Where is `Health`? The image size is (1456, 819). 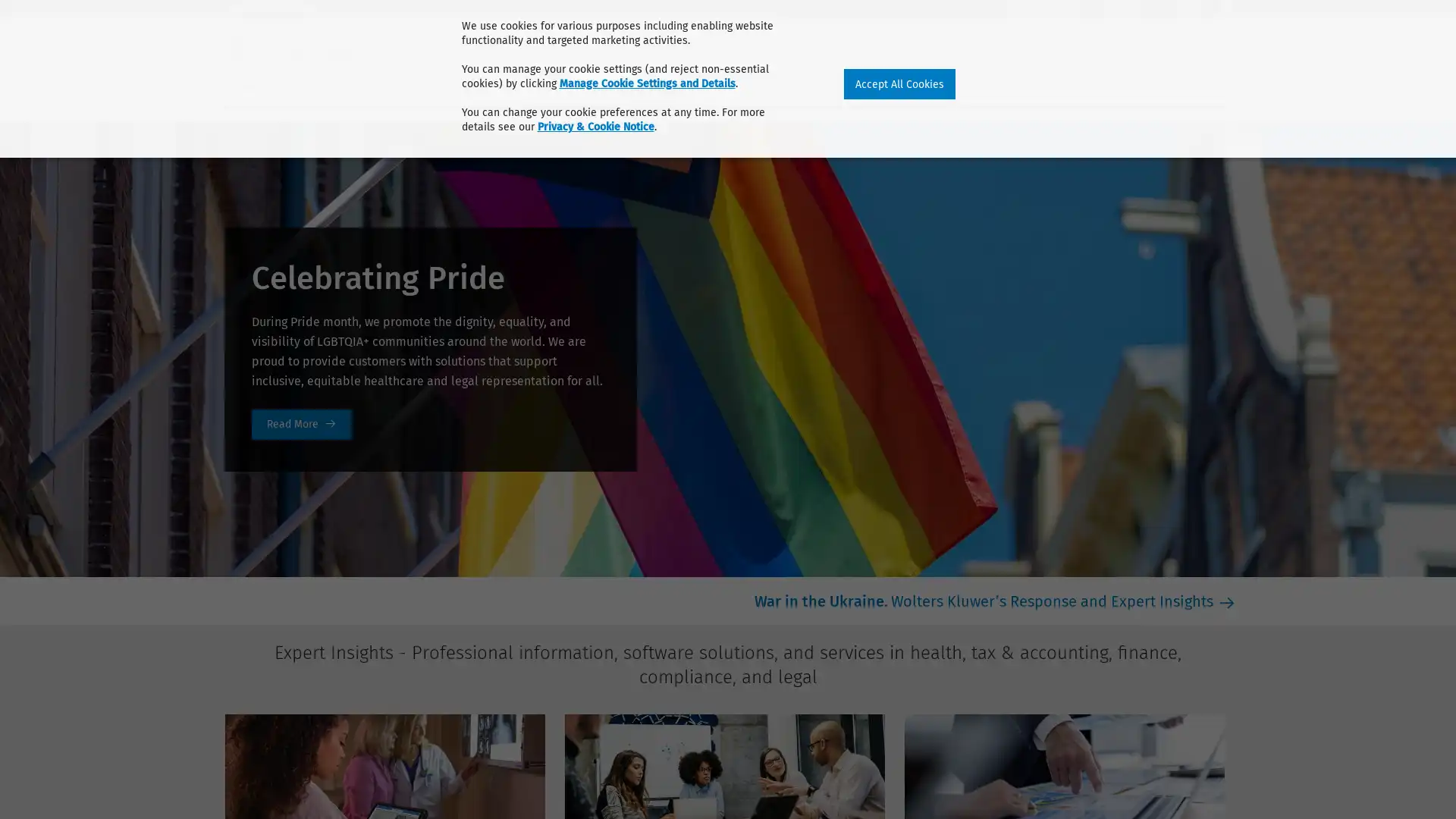 Health is located at coordinates (247, 85).